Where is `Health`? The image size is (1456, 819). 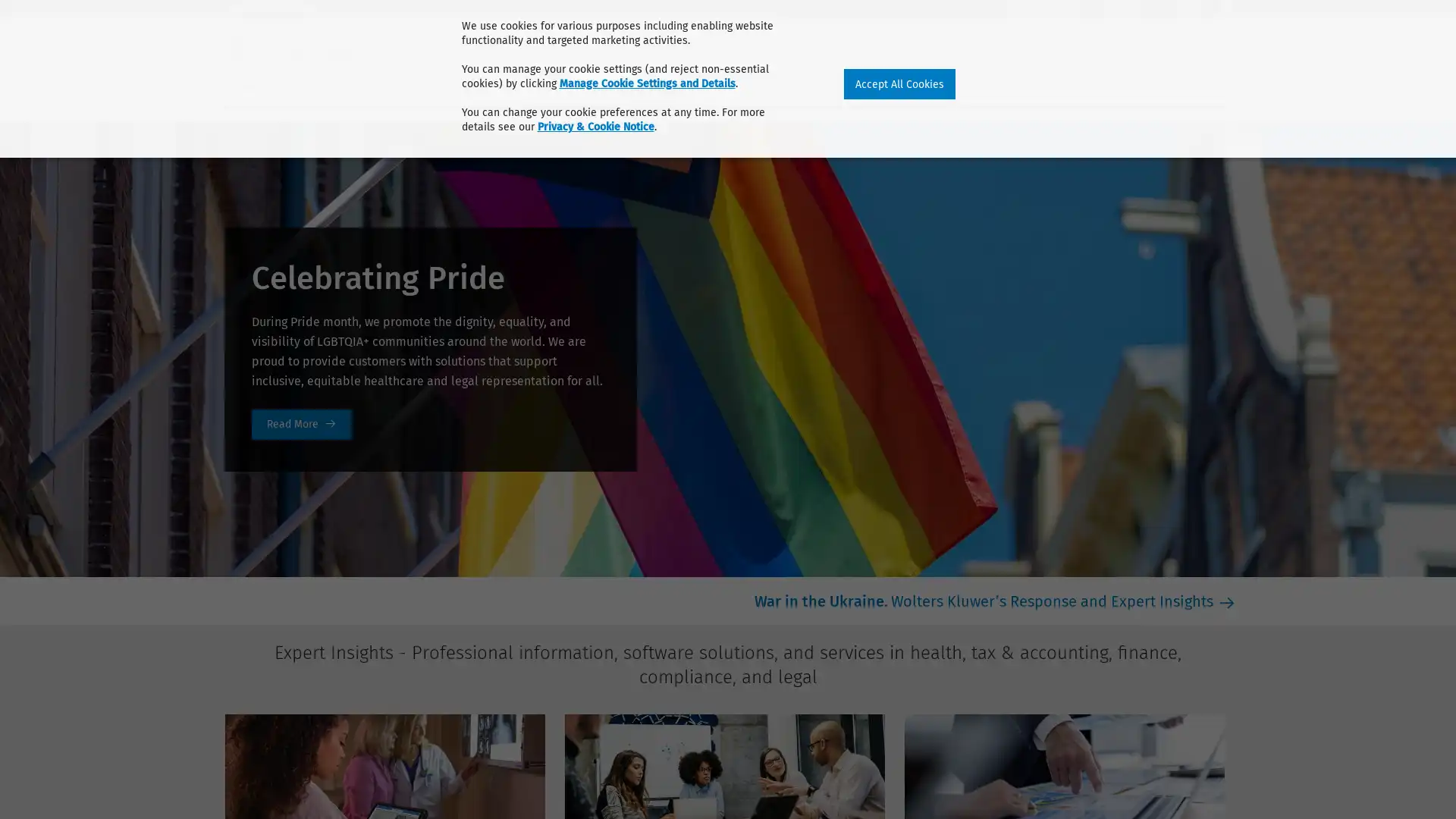 Health is located at coordinates (247, 85).